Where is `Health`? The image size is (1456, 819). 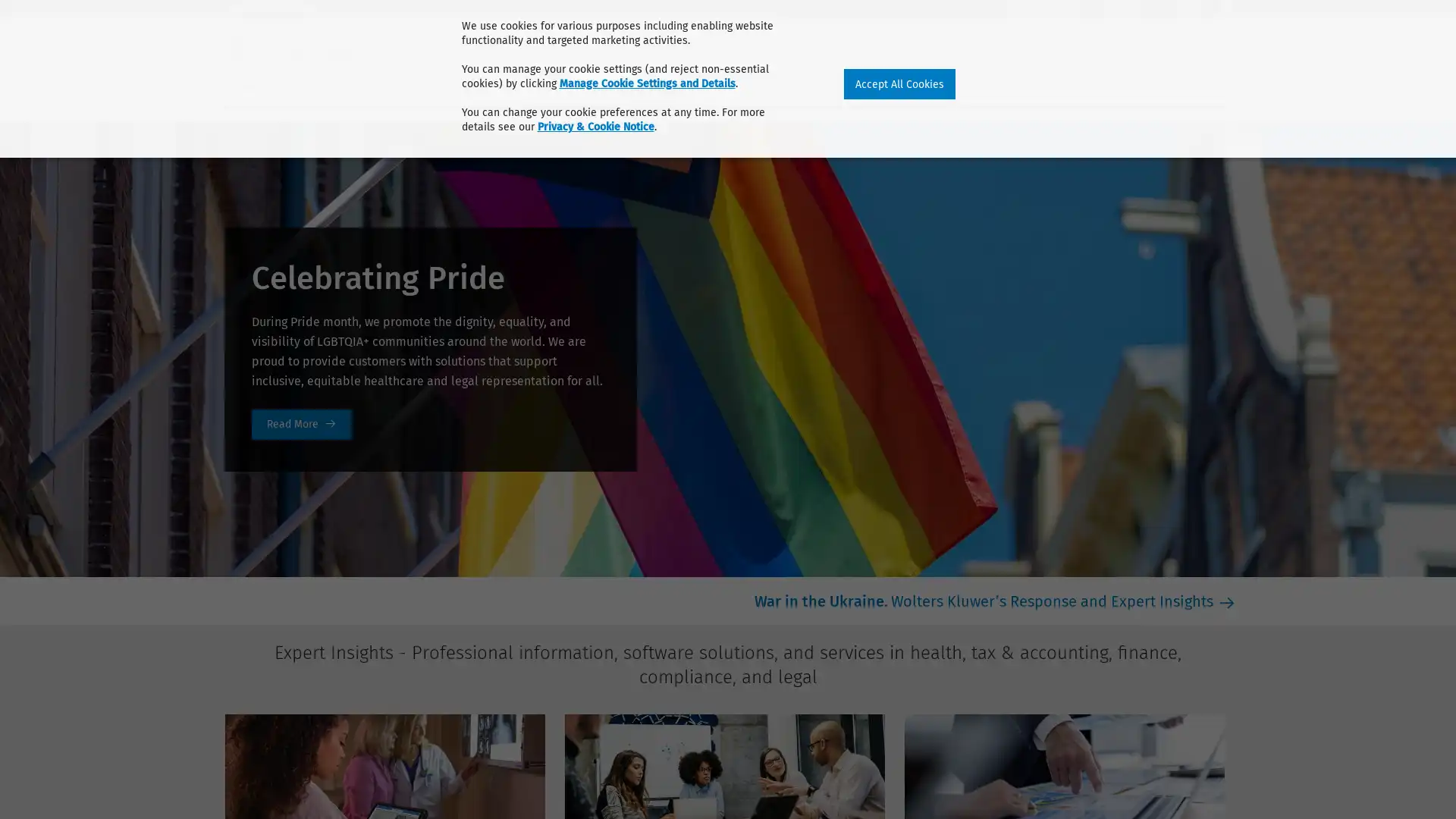 Health is located at coordinates (247, 85).